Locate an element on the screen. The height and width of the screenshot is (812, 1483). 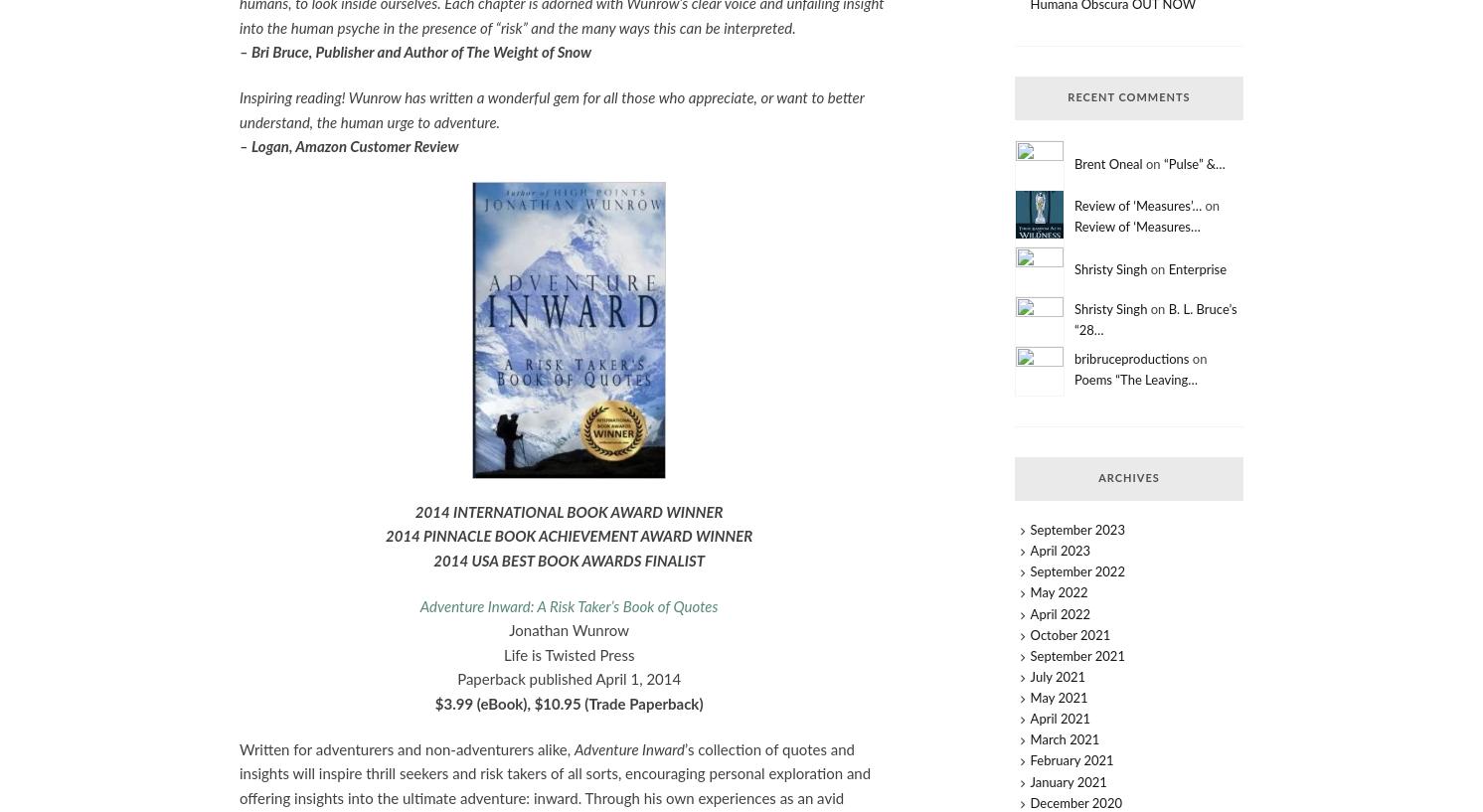
'April 2022' is located at coordinates (1060, 614).